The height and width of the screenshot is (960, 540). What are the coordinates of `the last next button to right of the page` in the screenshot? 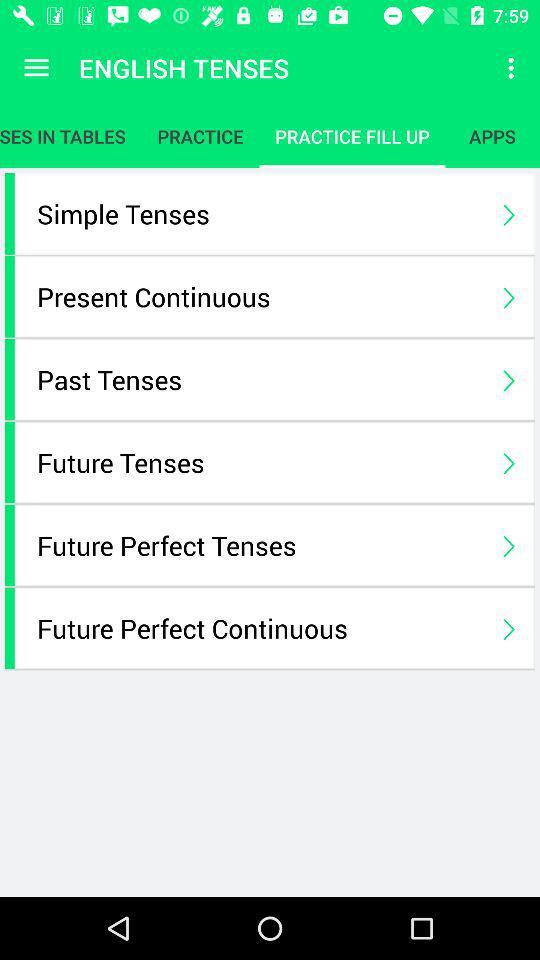 It's located at (508, 627).